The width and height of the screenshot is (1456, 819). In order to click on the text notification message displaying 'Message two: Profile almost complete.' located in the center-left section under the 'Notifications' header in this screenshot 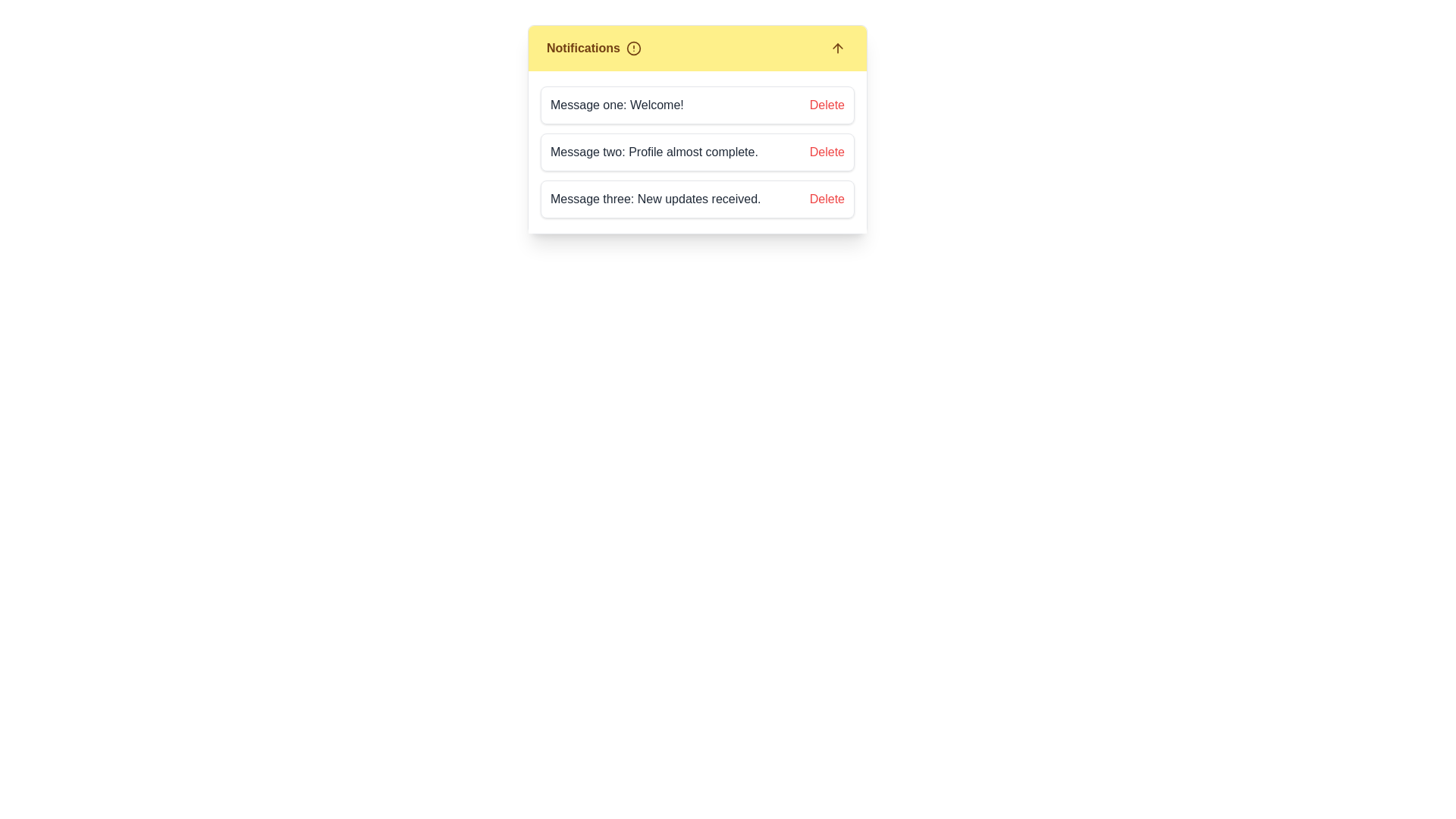, I will do `click(657, 152)`.